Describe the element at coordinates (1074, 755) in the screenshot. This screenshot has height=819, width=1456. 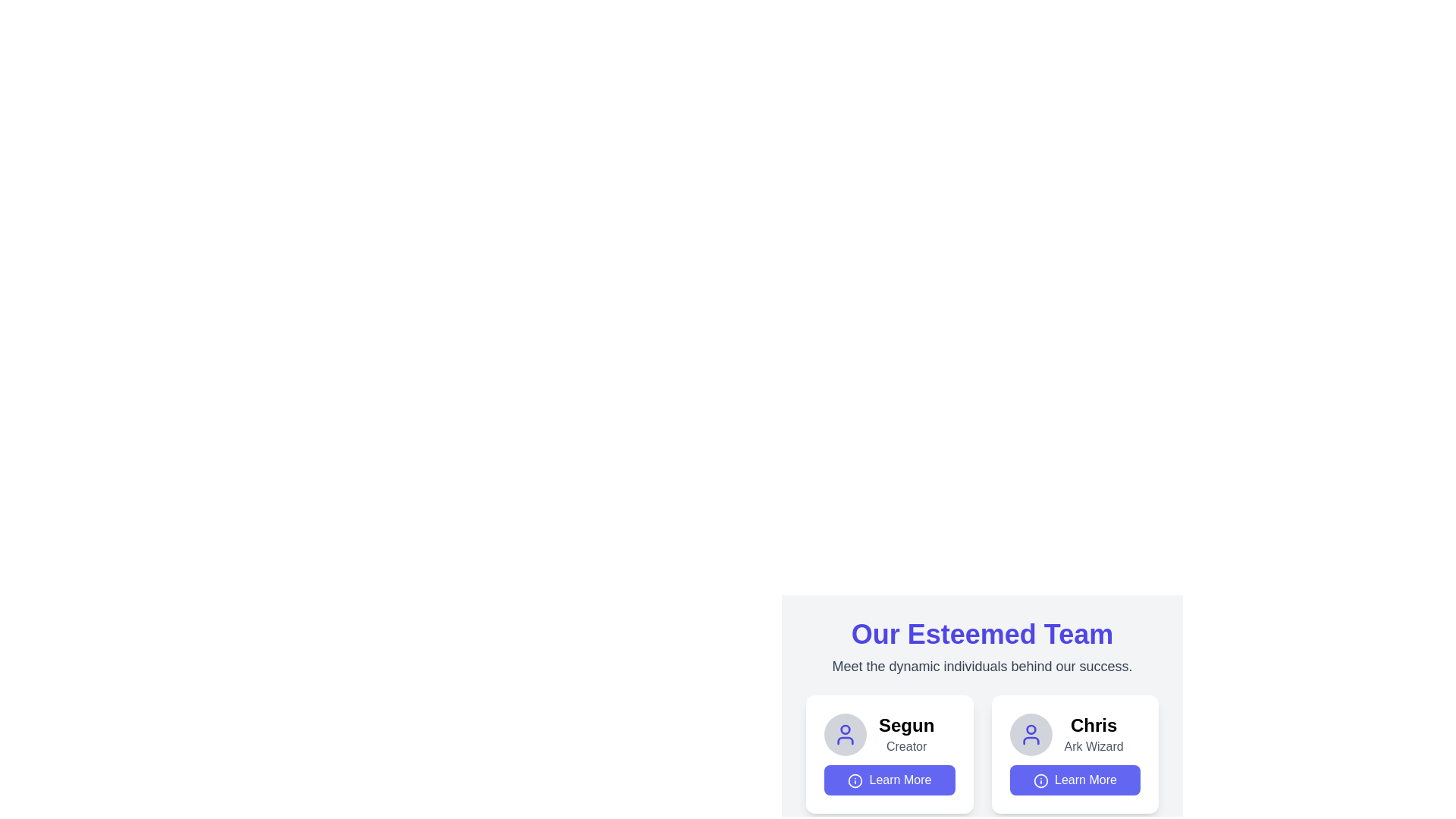
I see `the 'Learn More' button on the Profile Card for Chris, located in the second column of the 'Our Esteemed Team' section` at that location.